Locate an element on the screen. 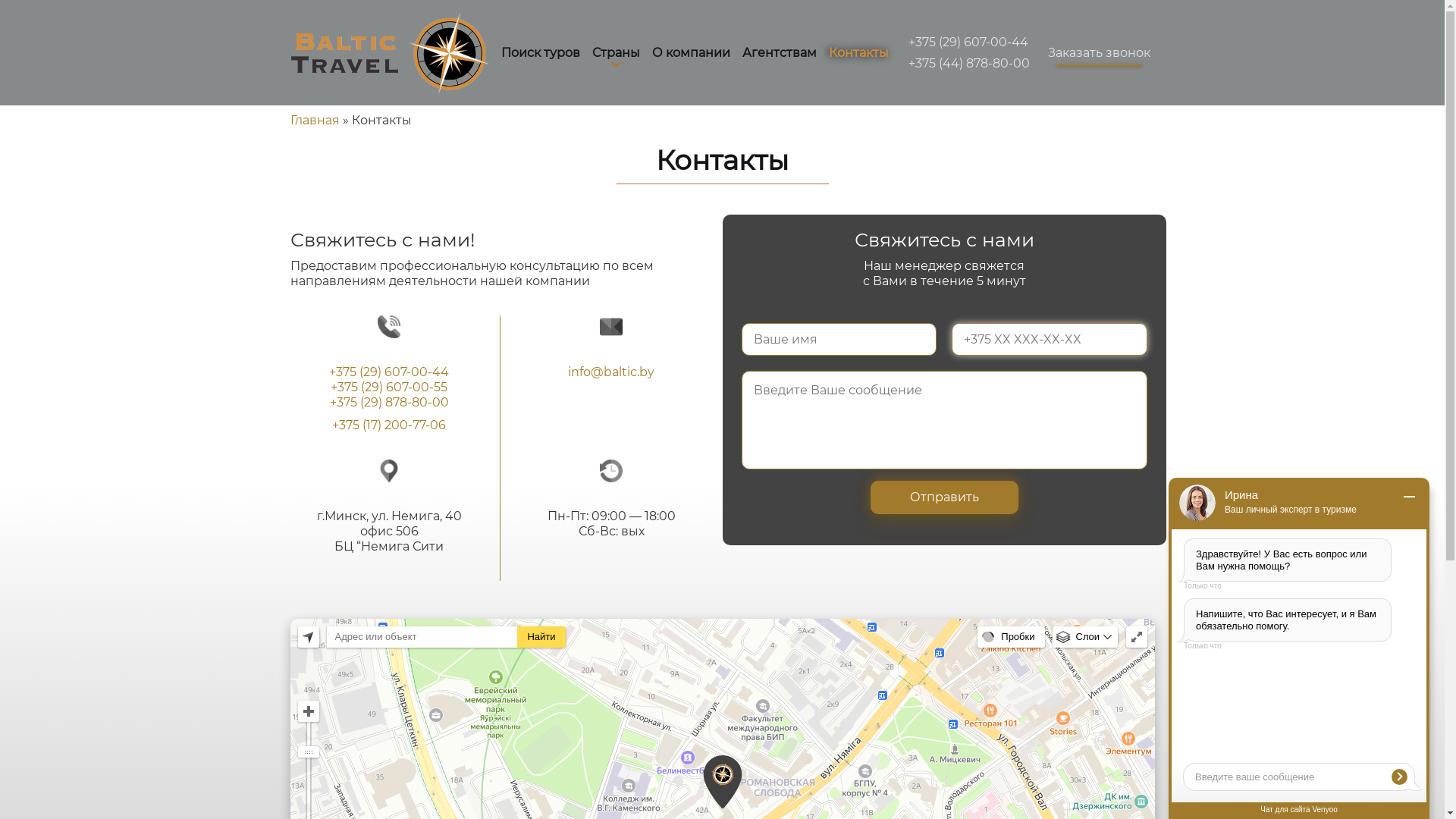 The width and height of the screenshot is (1456, 819). '+375 (44) 878-80-00' is located at coordinates (968, 62).